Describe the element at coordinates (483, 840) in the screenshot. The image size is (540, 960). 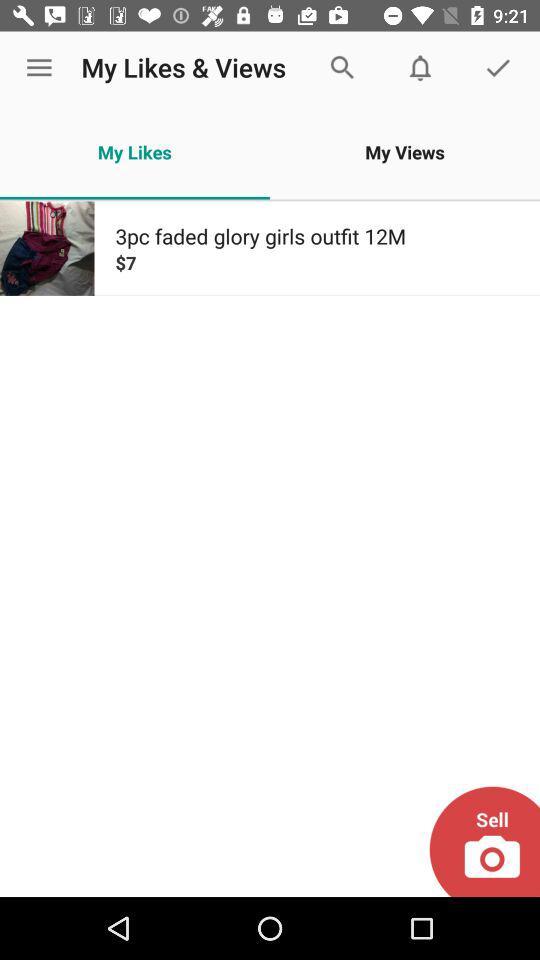
I see `icon at the bottom right corner` at that location.